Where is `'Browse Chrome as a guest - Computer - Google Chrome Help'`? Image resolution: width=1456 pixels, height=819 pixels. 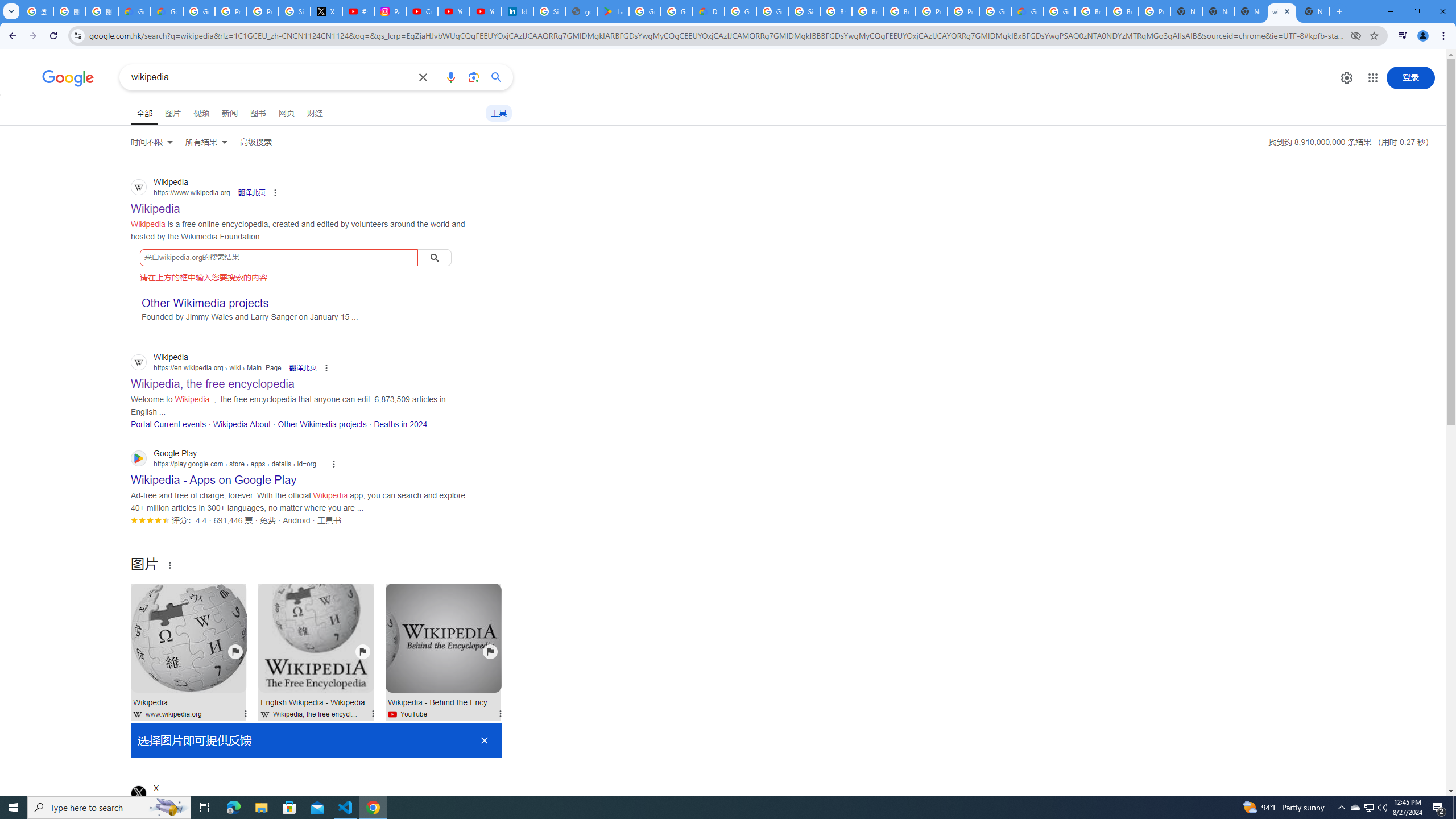
'Browse Chrome as a guest - Computer - Google Chrome Help' is located at coordinates (1090, 11).